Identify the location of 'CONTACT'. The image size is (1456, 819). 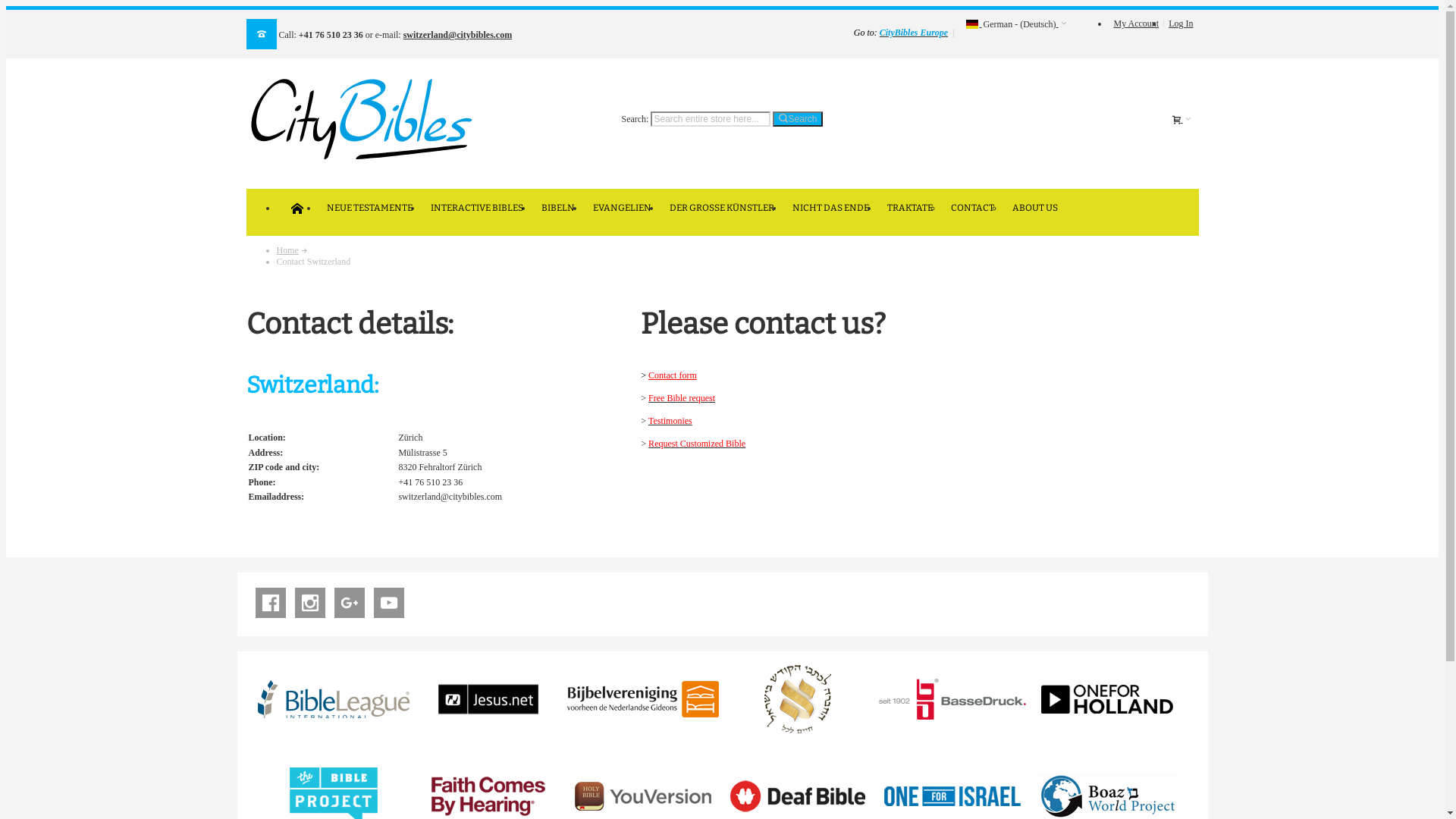
(941, 207).